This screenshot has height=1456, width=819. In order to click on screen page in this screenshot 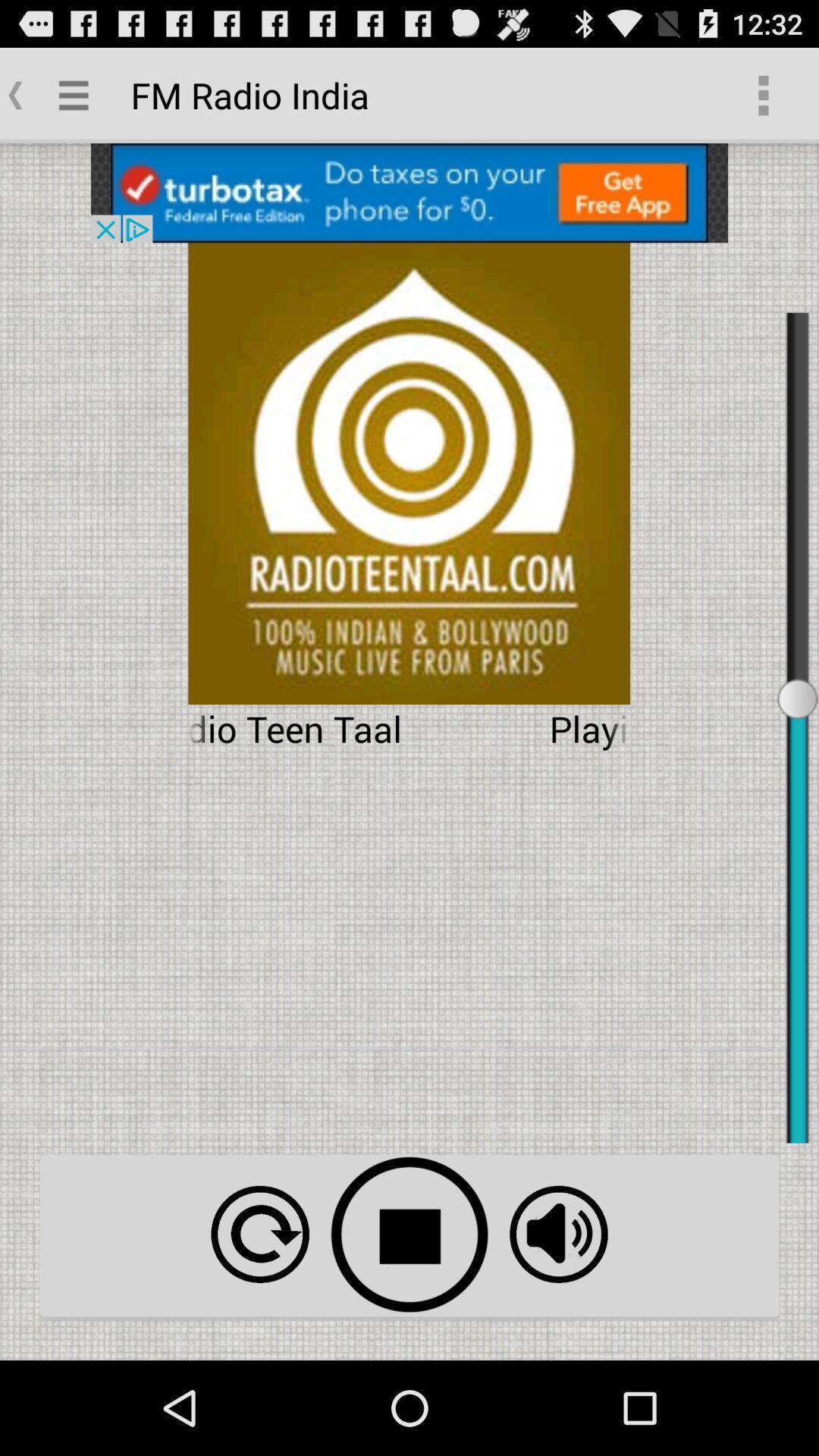, I will do `click(409, 192)`.